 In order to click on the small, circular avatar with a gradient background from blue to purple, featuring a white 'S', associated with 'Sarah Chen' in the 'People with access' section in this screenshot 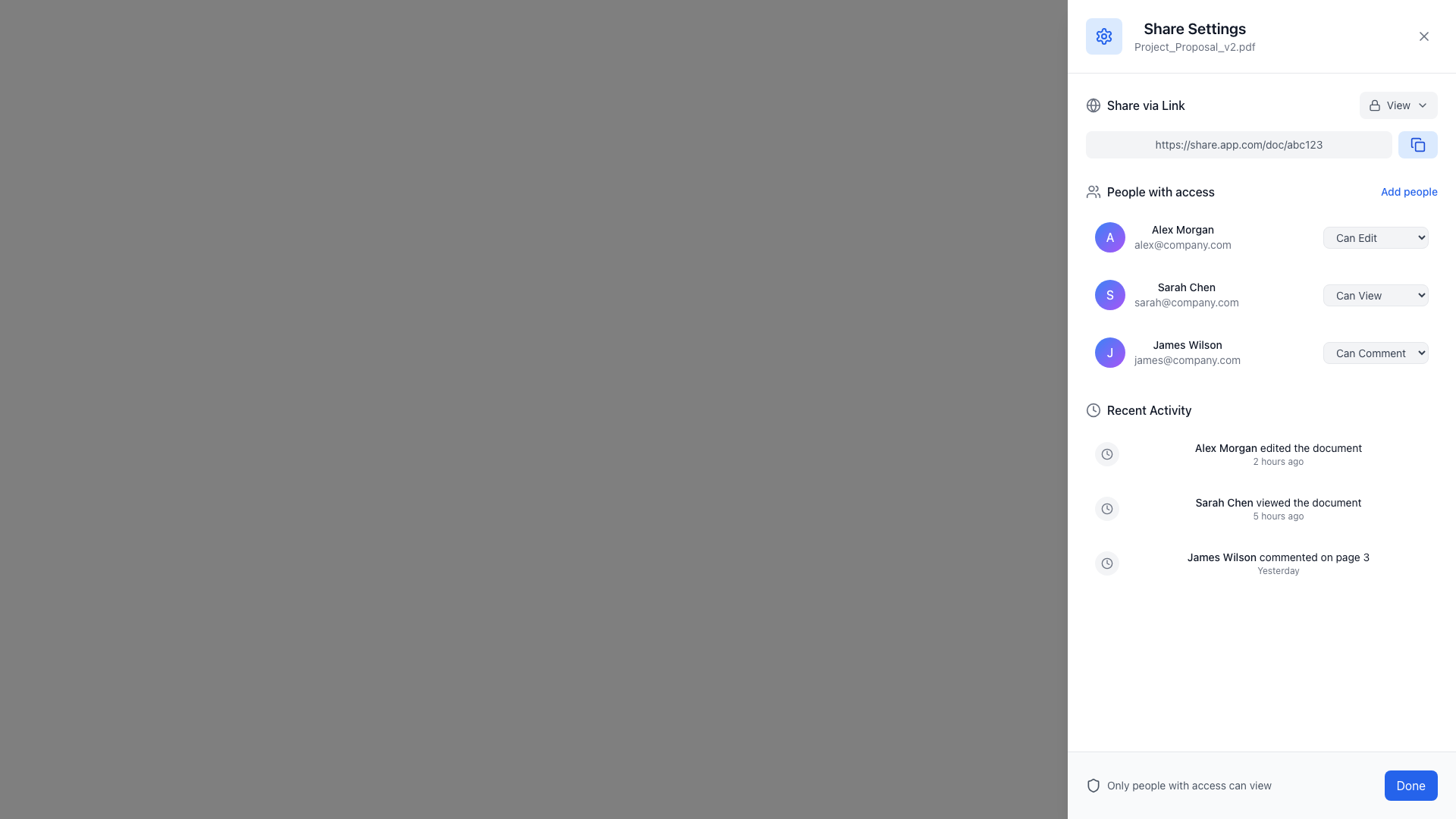, I will do `click(1110, 295)`.